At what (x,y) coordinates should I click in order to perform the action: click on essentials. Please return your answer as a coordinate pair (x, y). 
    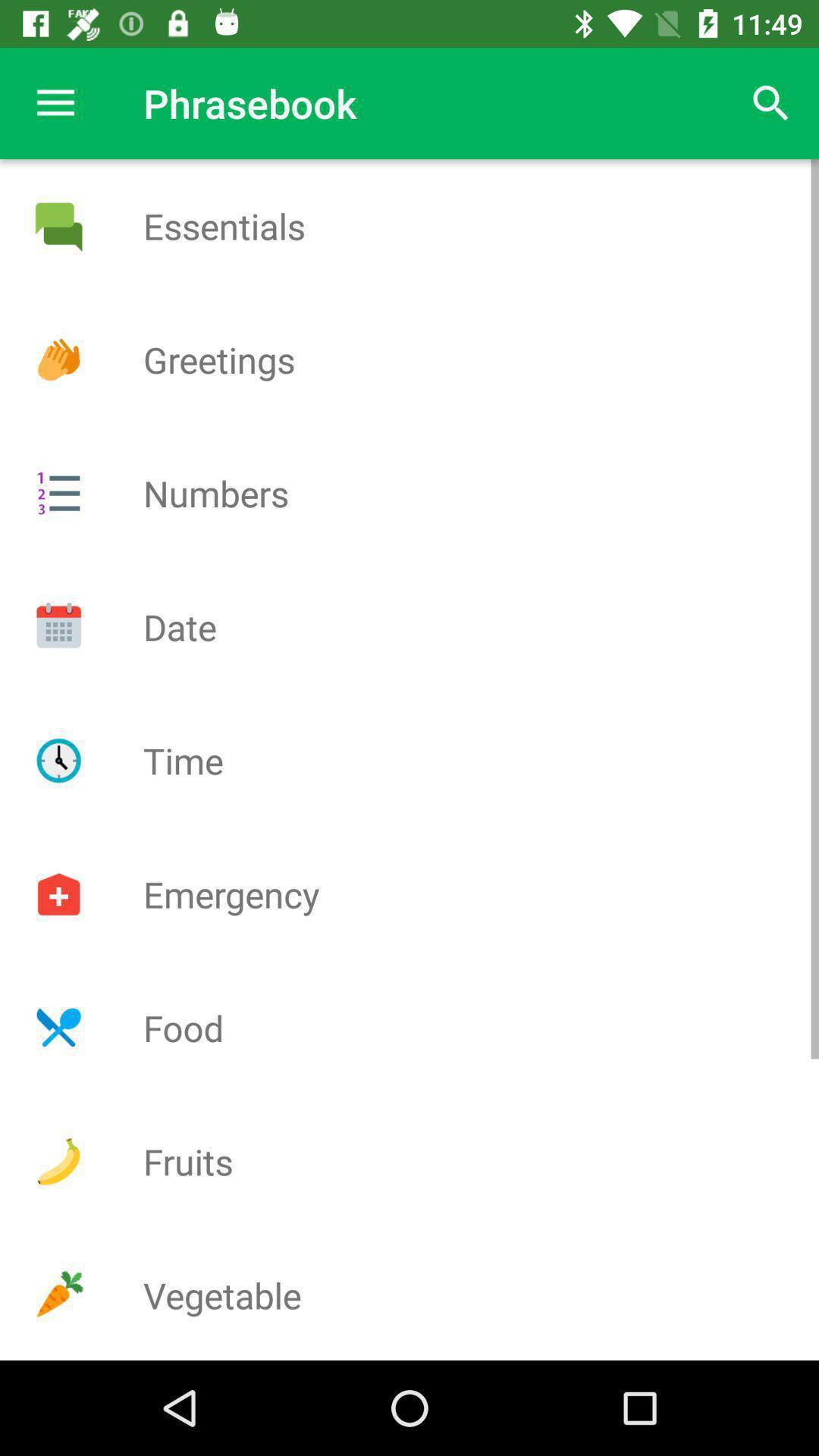
    Looking at the image, I should click on (58, 225).